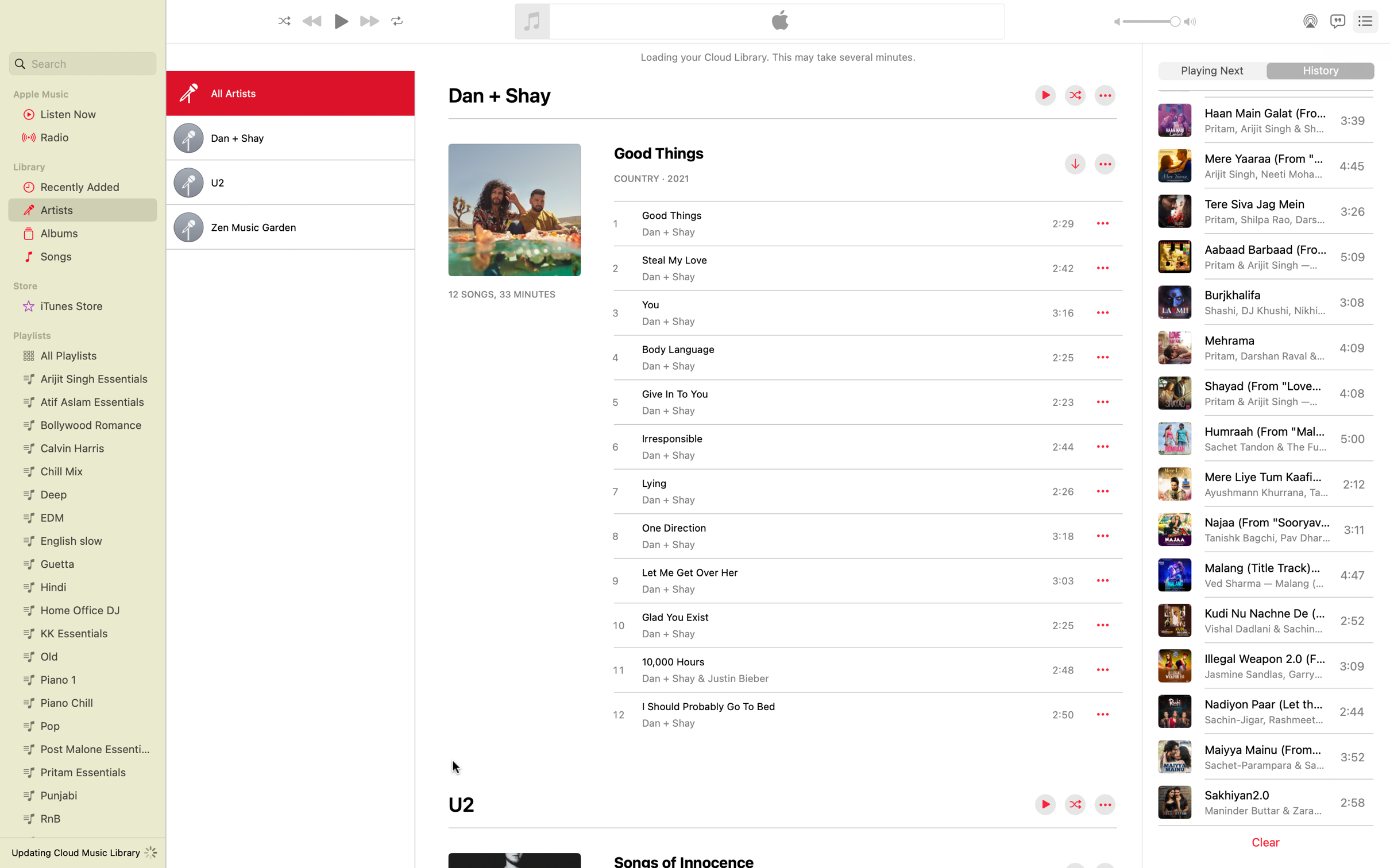 This screenshot has width=1390, height=868. Describe the element at coordinates (1102, 669) in the screenshot. I see `Arrange to play the song "1000 hours" at a later point using the extra settings available` at that location.